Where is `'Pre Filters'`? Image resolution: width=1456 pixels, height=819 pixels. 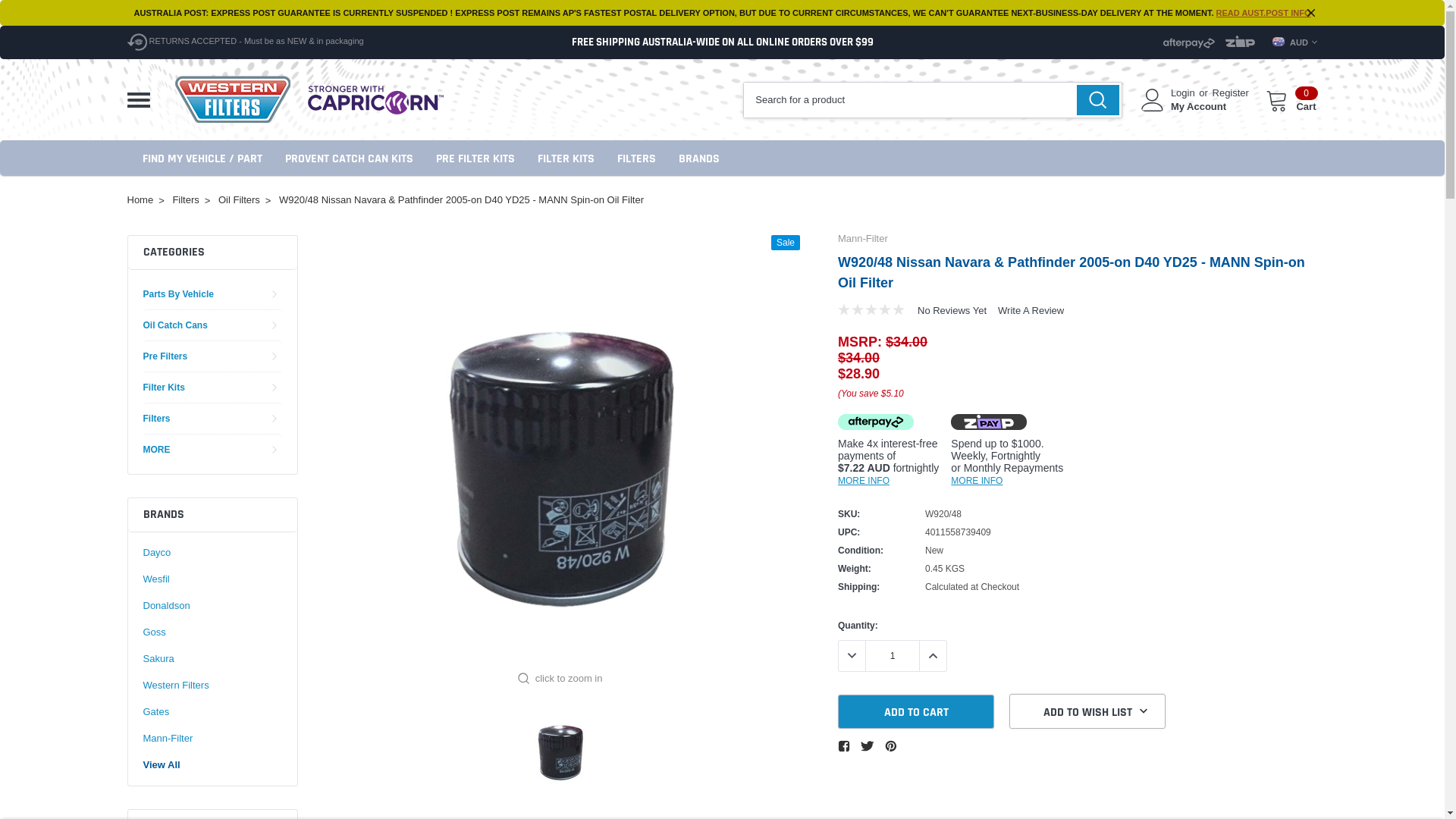
'Pre Filters' is located at coordinates (165, 356).